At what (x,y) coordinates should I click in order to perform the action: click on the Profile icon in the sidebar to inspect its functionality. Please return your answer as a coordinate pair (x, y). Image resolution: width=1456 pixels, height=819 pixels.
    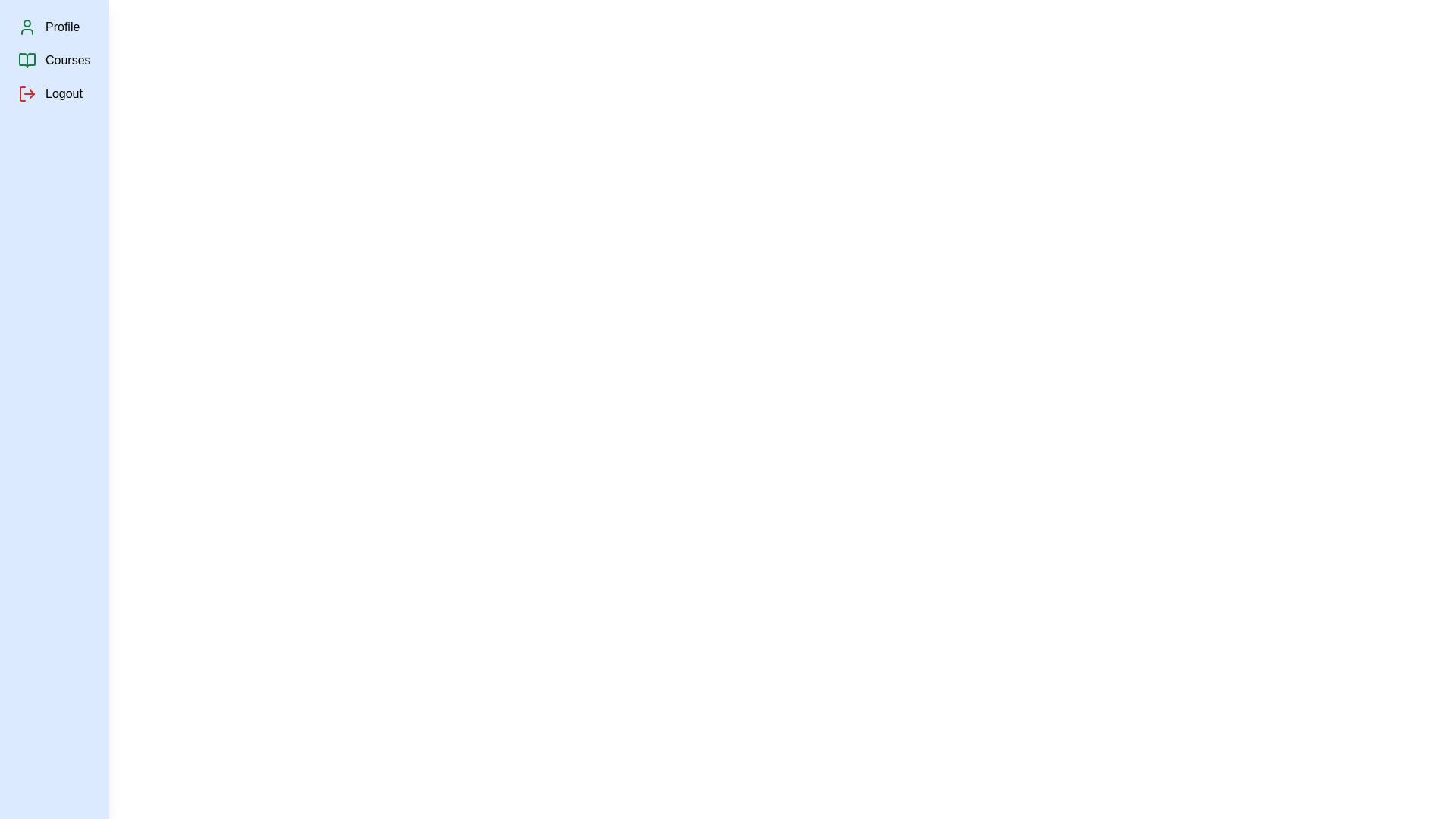
    Looking at the image, I should click on (27, 27).